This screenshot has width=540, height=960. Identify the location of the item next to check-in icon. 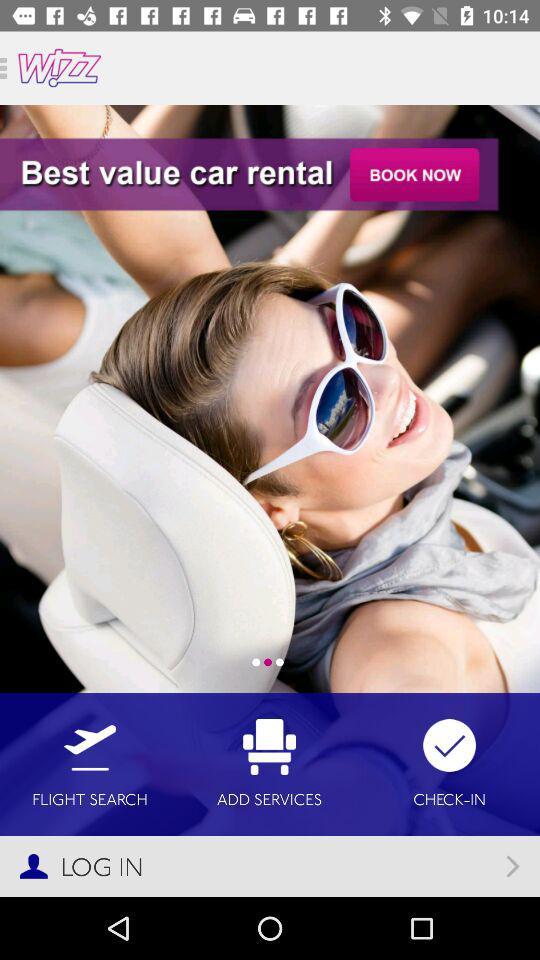
(269, 763).